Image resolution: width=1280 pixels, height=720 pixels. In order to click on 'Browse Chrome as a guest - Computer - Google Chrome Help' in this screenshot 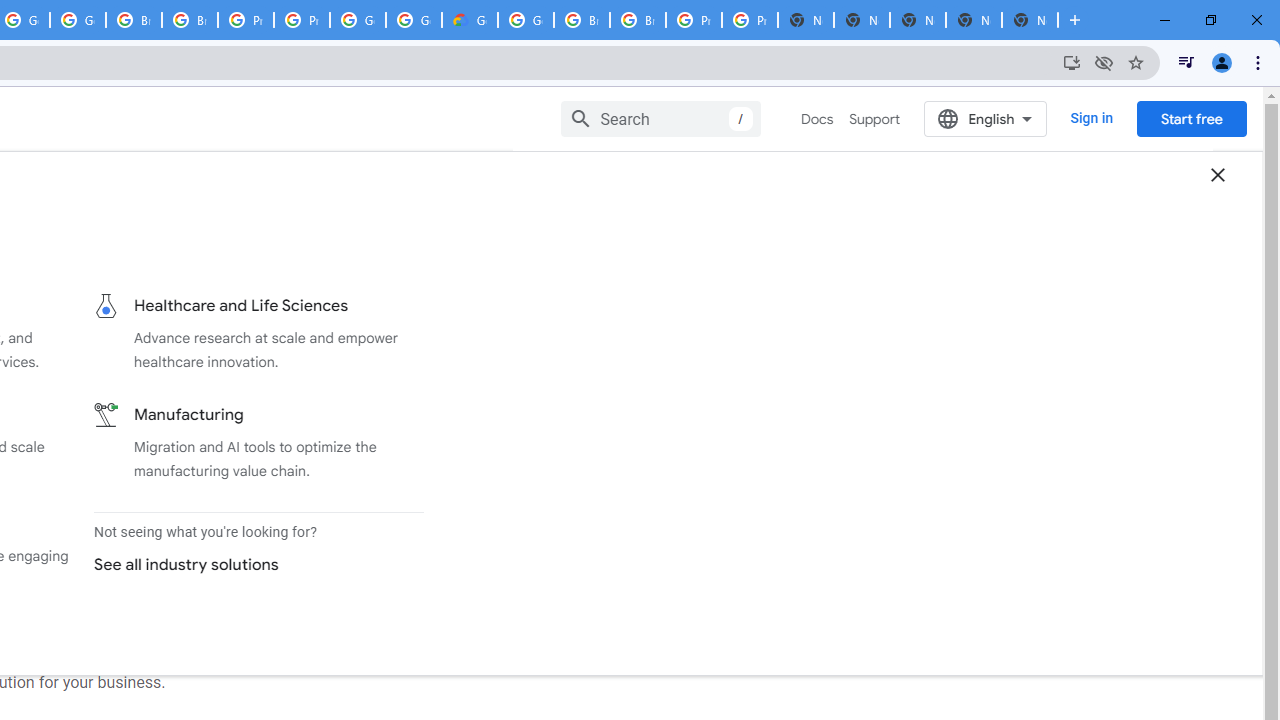, I will do `click(581, 20)`.